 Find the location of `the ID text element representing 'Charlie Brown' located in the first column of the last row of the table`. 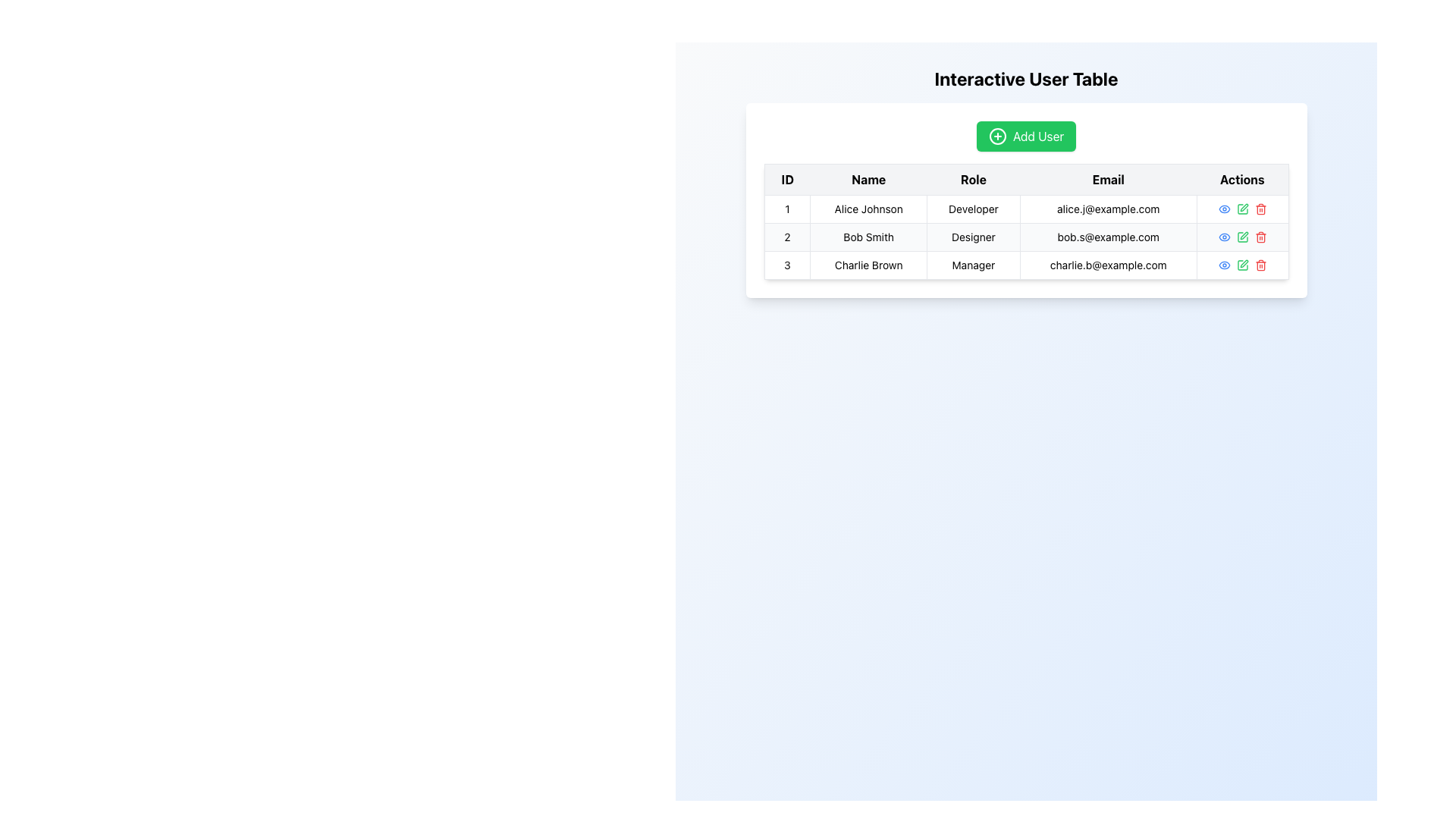

the ID text element representing 'Charlie Brown' located in the first column of the last row of the table is located at coordinates (787, 265).